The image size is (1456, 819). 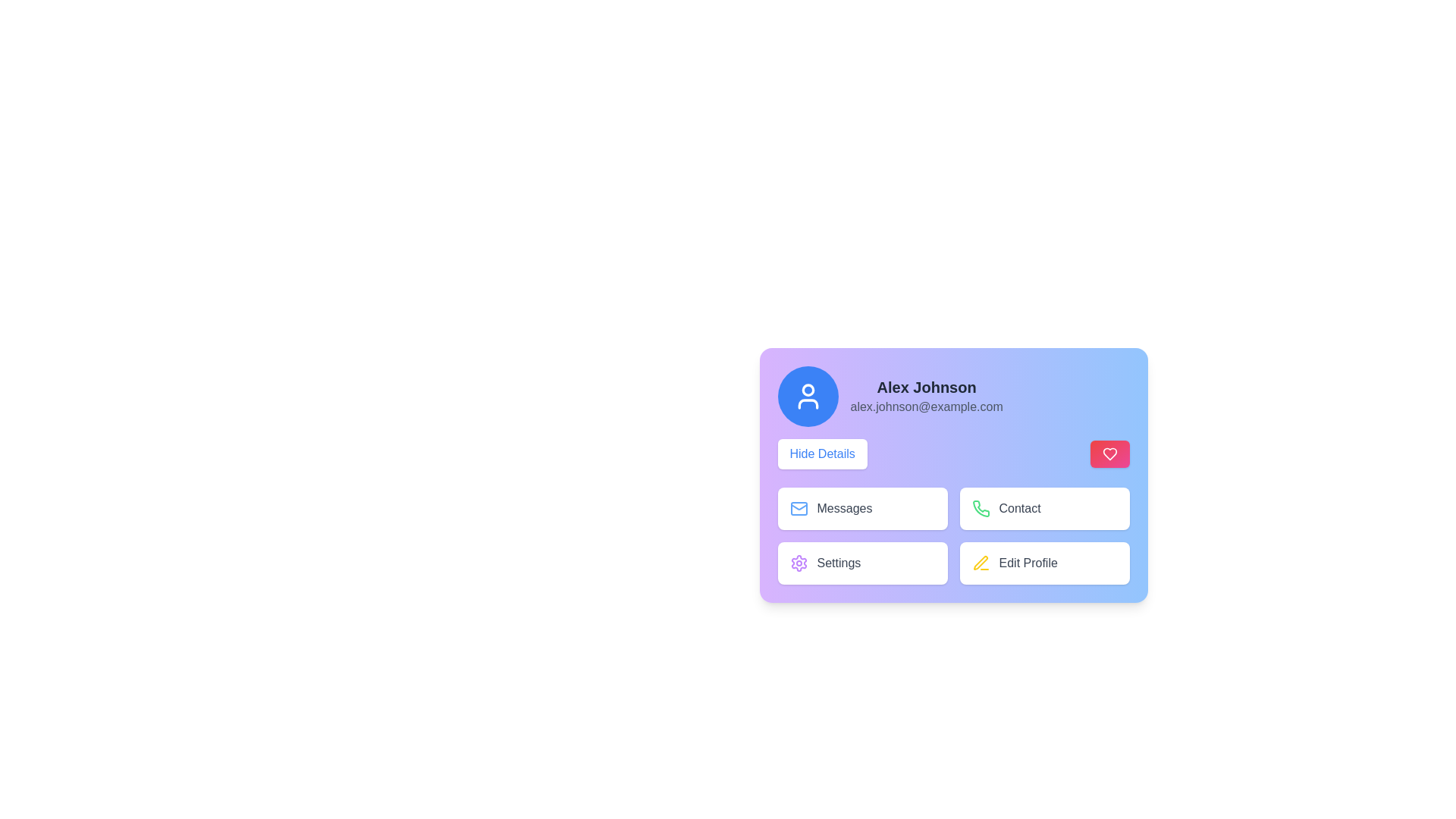 I want to click on the user profile icon, which is centrally located within a circular blue background area at the top left of the card, above the user's name and email address, so click(x=807, y=396).